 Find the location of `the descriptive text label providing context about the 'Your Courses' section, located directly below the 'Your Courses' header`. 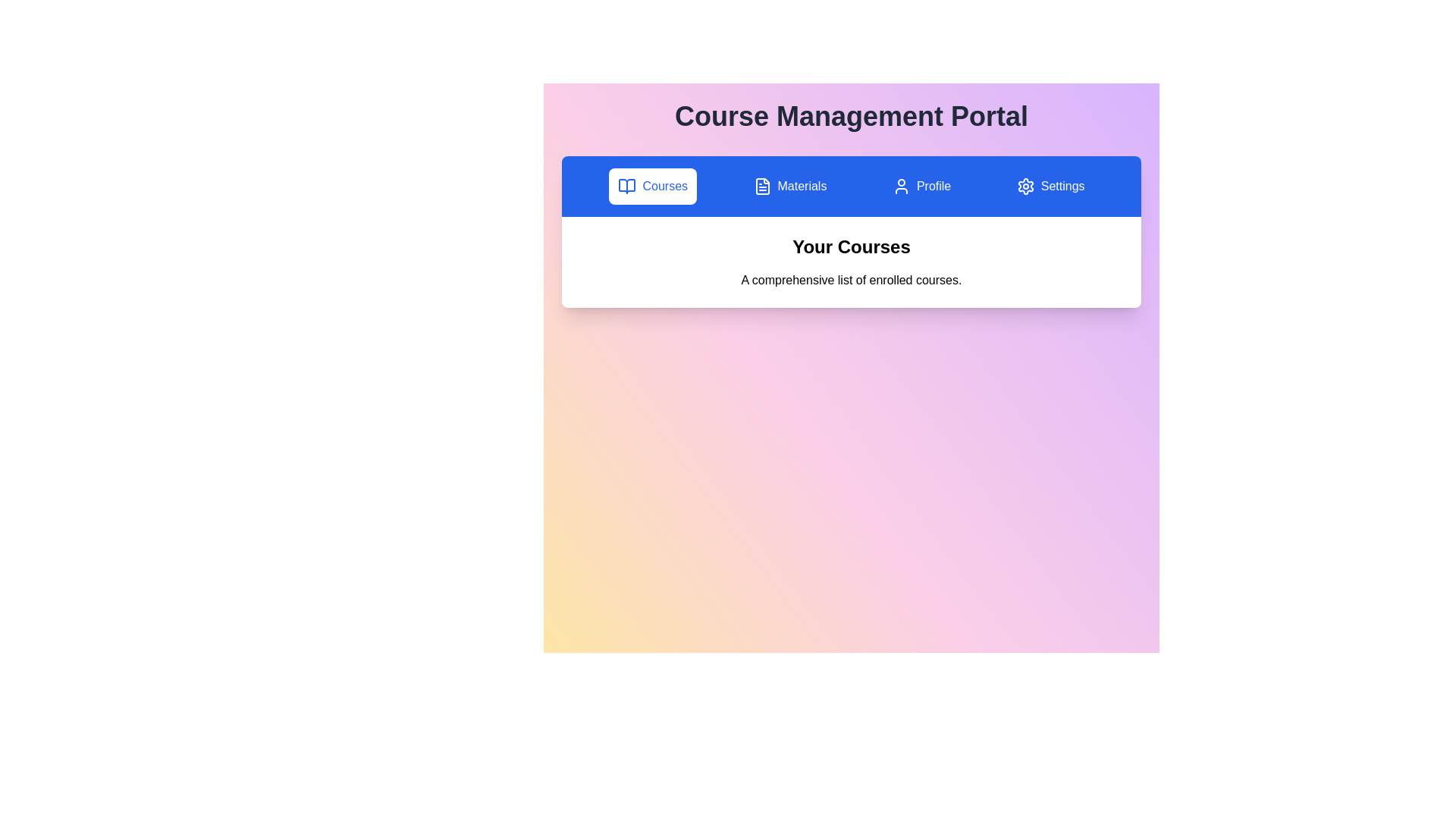

the descriptive text label providing context about the 'Your Courses' section, located directly below the 'Your Courses' header is located at coordinates (852, 281).